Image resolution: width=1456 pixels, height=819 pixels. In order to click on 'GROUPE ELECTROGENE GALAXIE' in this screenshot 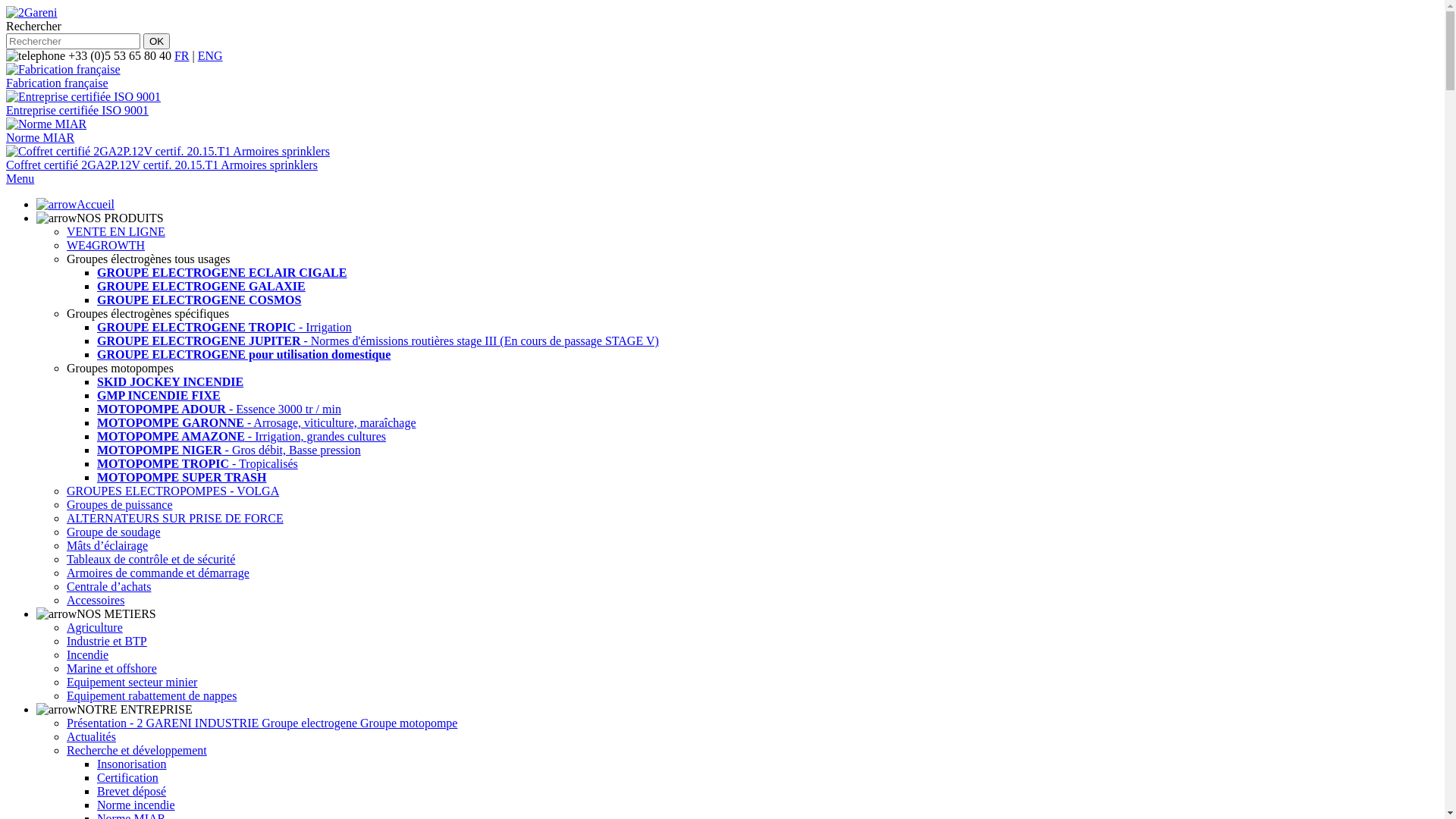, I will do `click(200, 286)`.